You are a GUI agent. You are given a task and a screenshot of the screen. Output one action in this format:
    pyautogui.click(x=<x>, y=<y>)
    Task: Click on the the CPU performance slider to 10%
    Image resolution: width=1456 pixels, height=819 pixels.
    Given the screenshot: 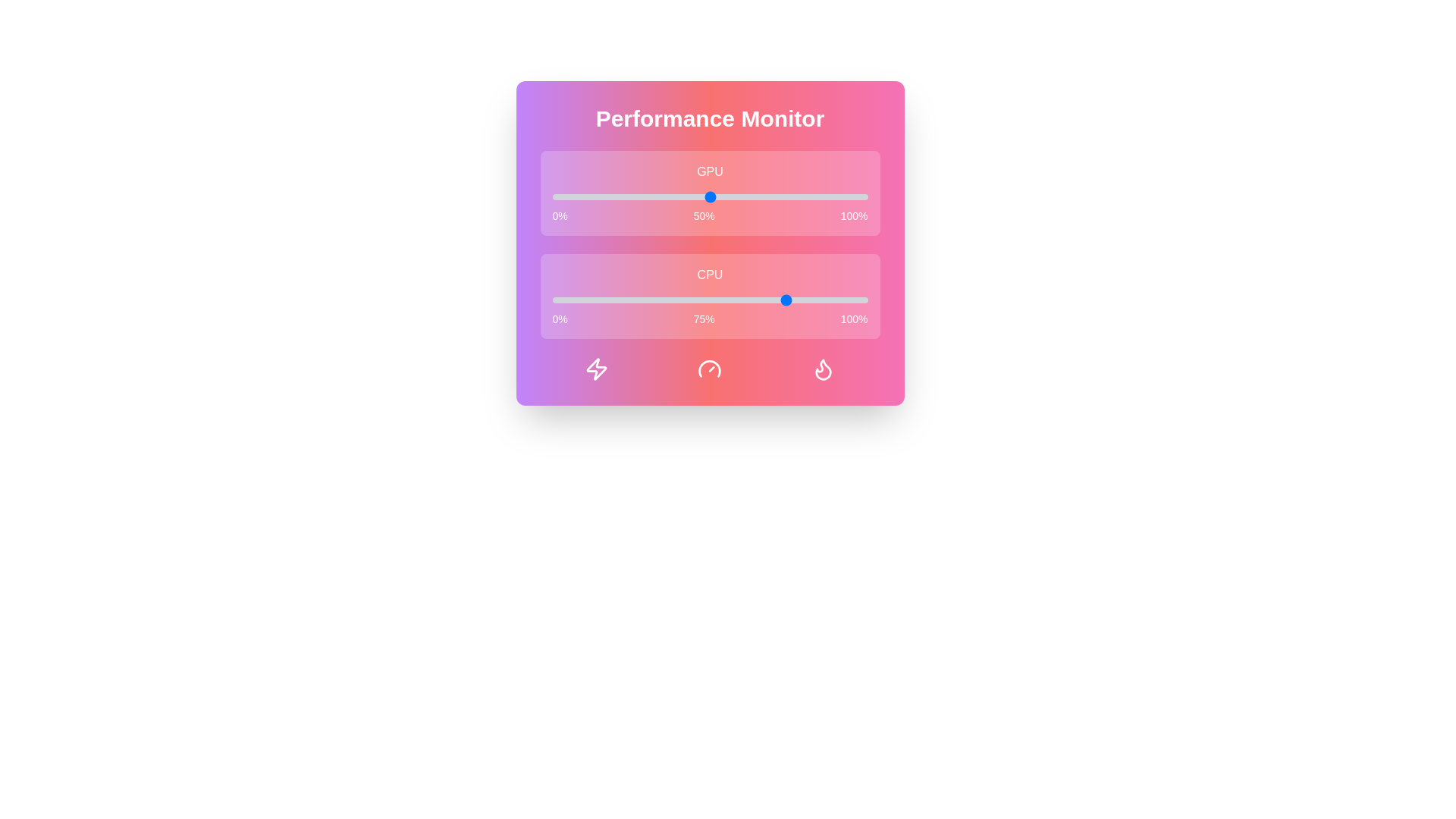 What is the action you would take?
    pyautogui.click(x=583, y=300)
    